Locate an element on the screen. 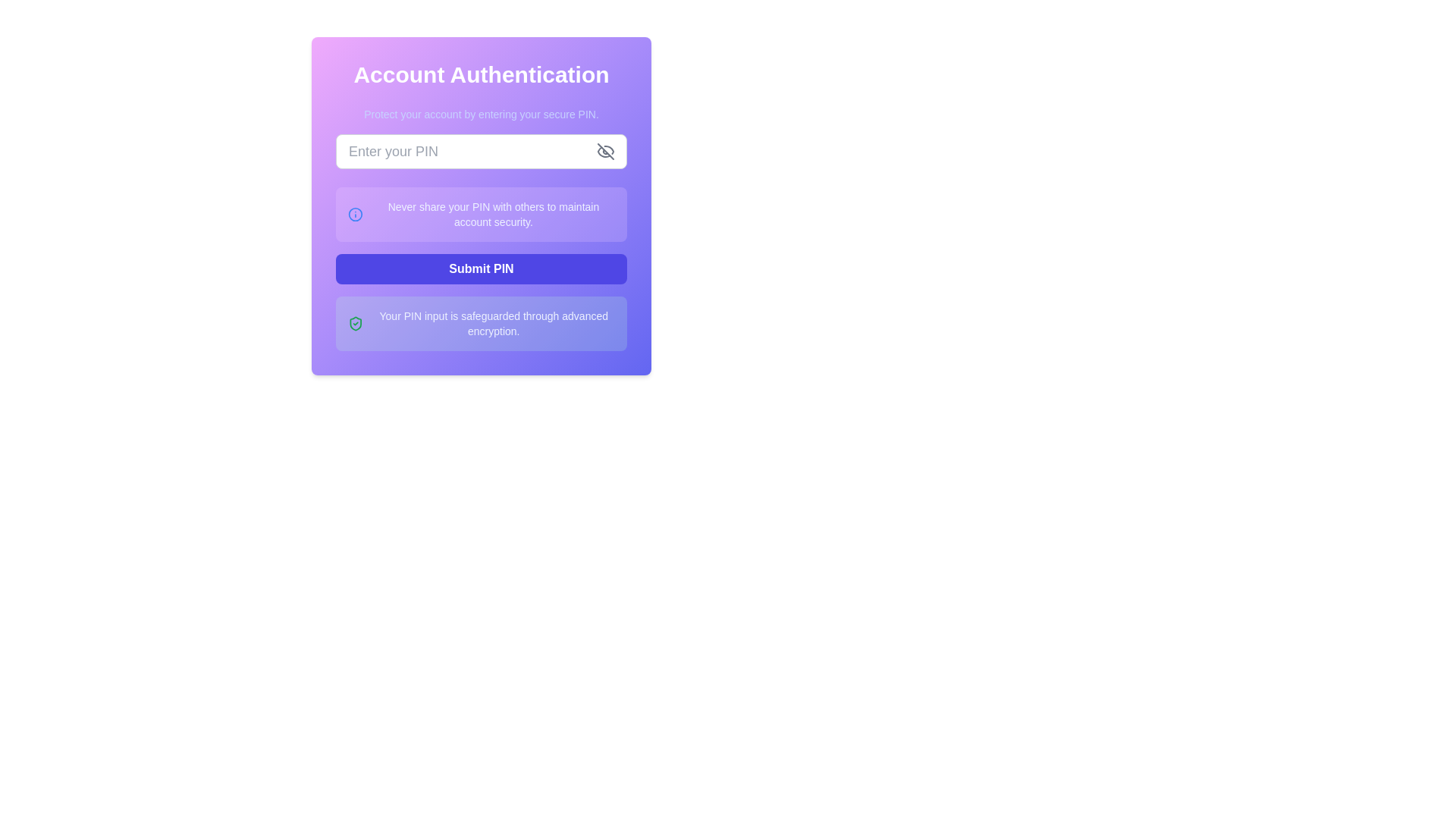  the Text Block element that reads 'Protect your account by entering your secure PIN.' which is styled with a small font size and indigo color, located below the title 'Account Authentication' is located at coordinates (480, 113).